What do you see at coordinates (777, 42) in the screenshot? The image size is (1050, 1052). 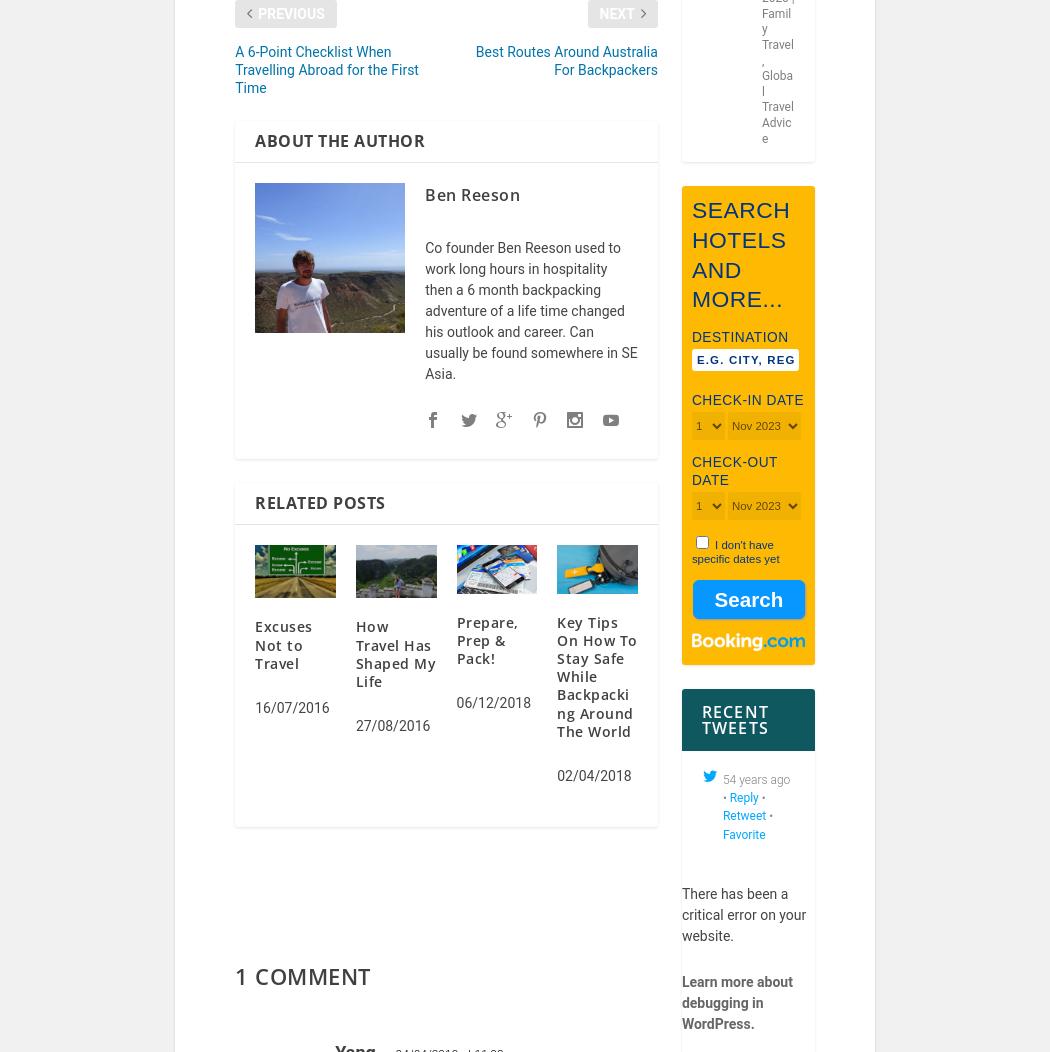 I see `'Family Travel'` at bounding box center [777, 42].